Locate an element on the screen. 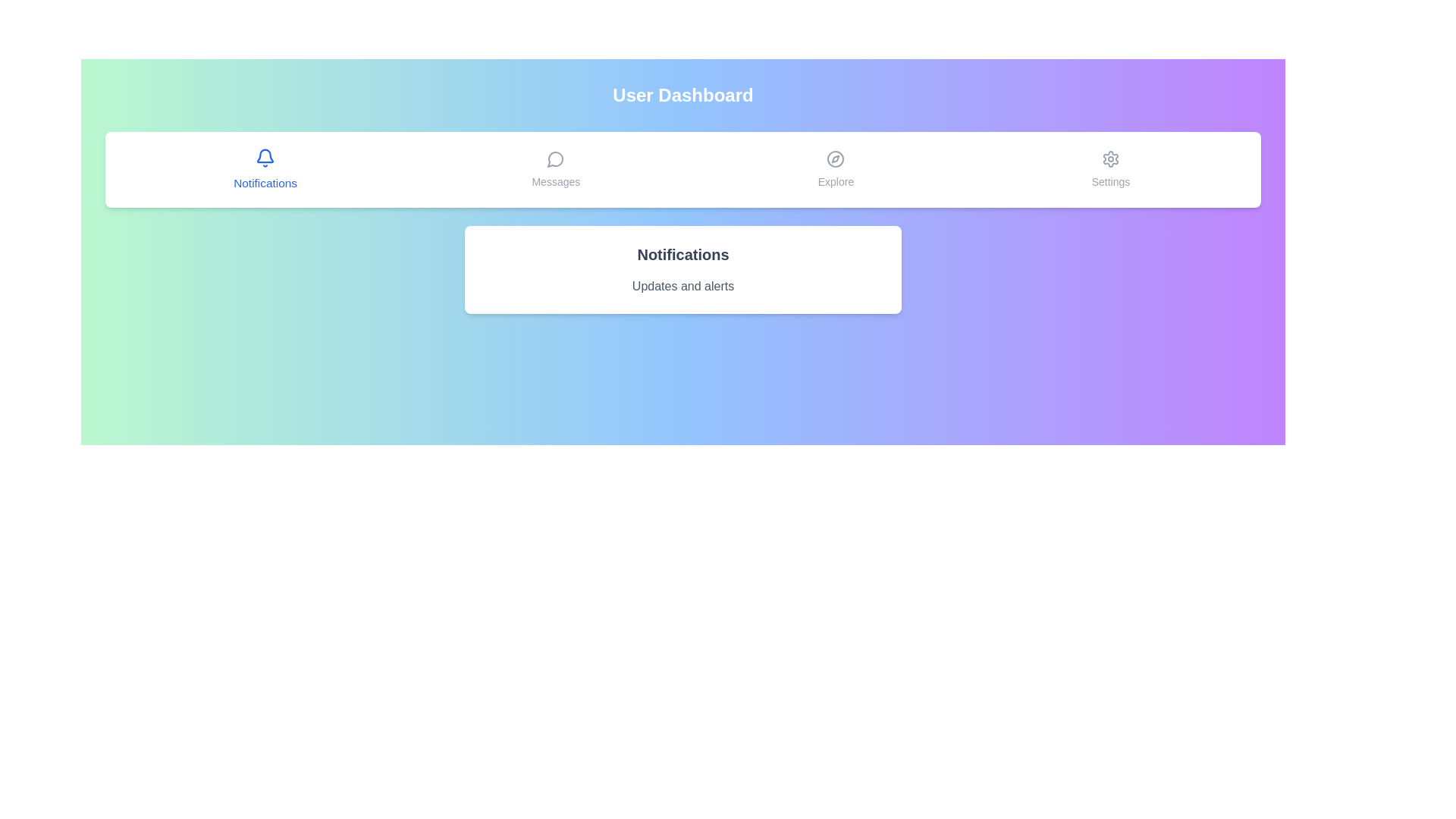 This screenshot has width=1456, height=819. the Notifications tab to switch the content is located at coordinates (265, 169).